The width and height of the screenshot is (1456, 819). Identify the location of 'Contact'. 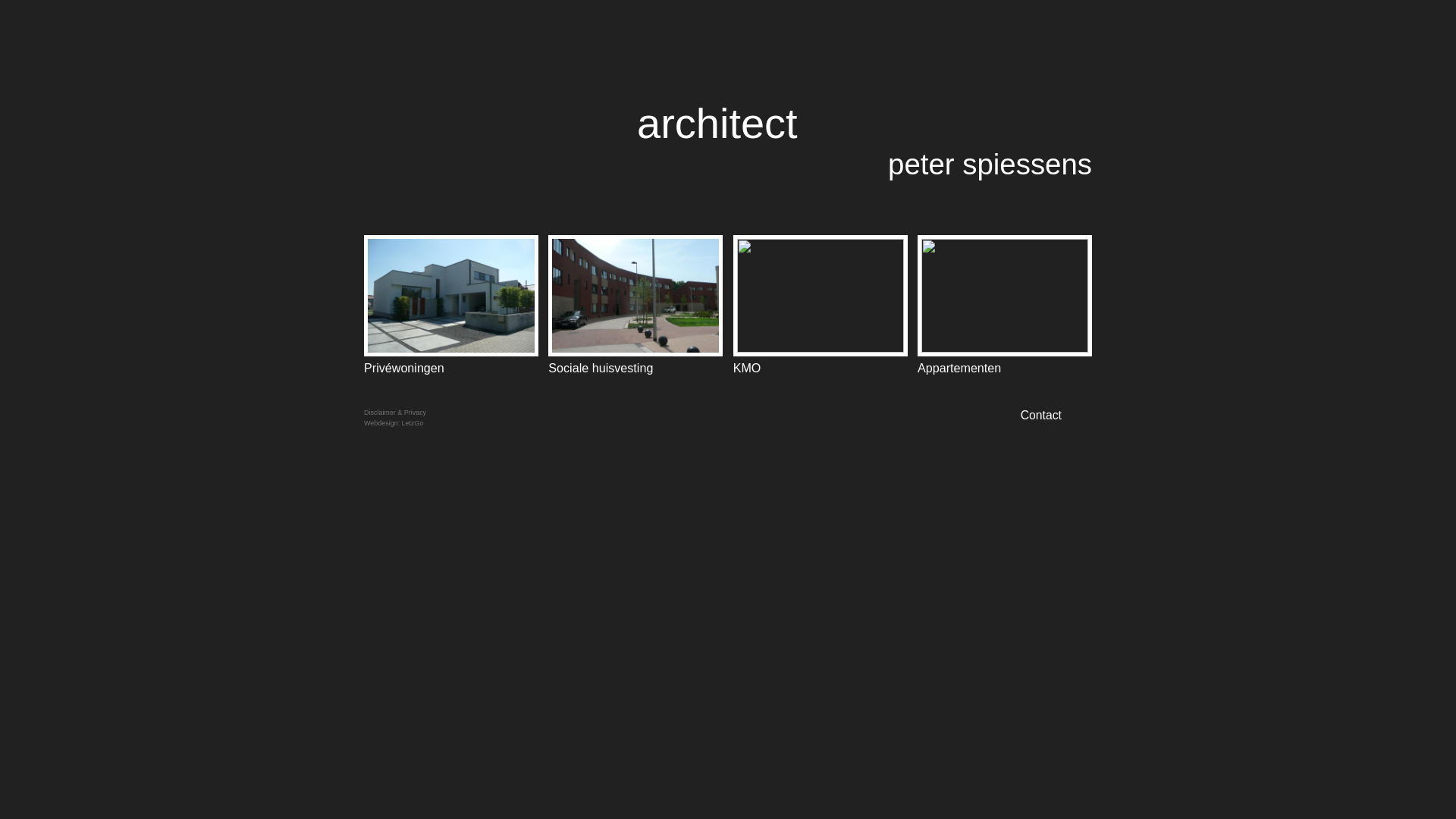
(1055, 415).